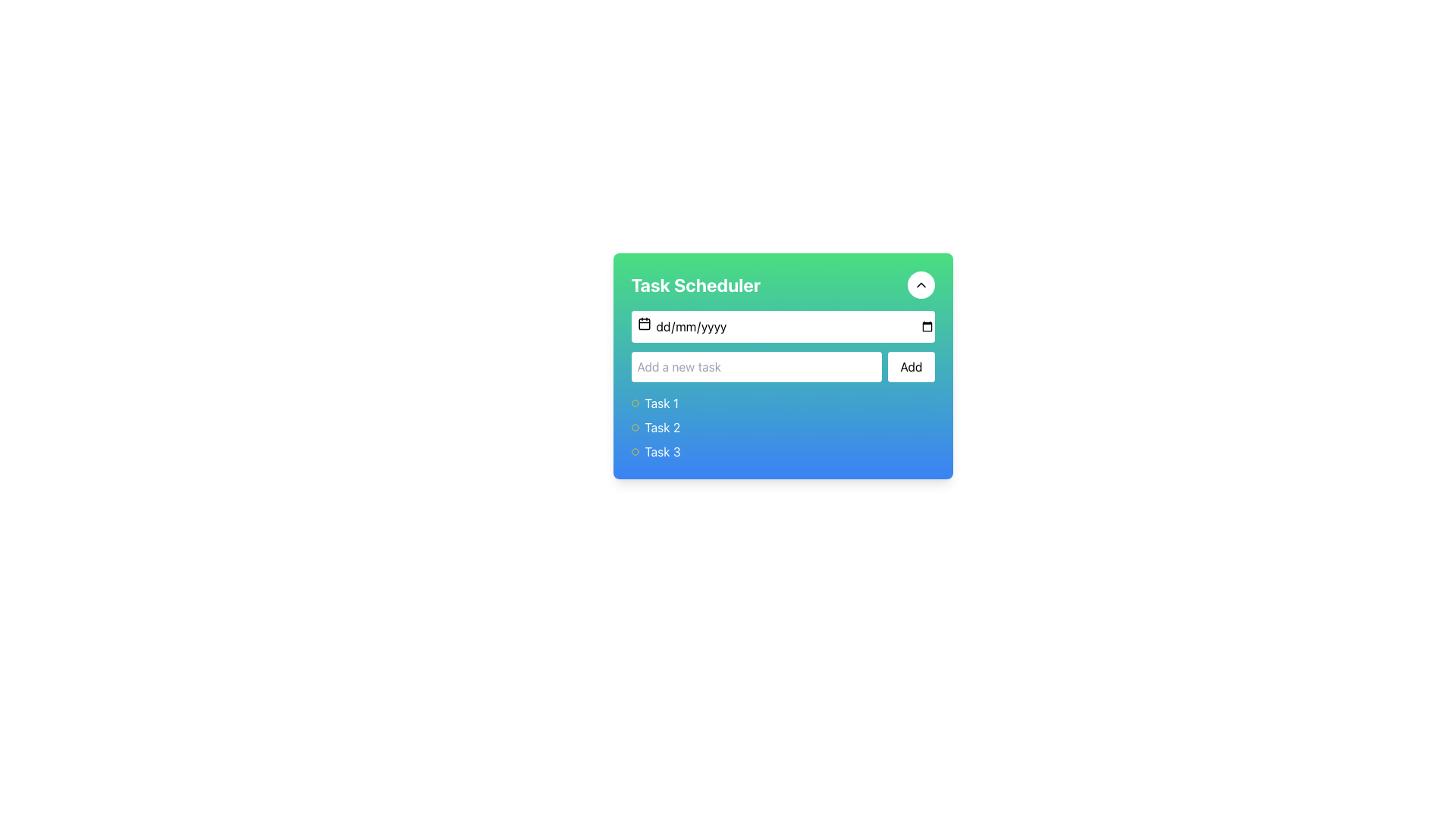  Describe the element at coordinates (635, 451) in the screenshot. I see `the small circular yellow icon that resembles a highlighted task indicator, located to the left of the text 'Task 3' in the Task Scheduler interface` at that location.